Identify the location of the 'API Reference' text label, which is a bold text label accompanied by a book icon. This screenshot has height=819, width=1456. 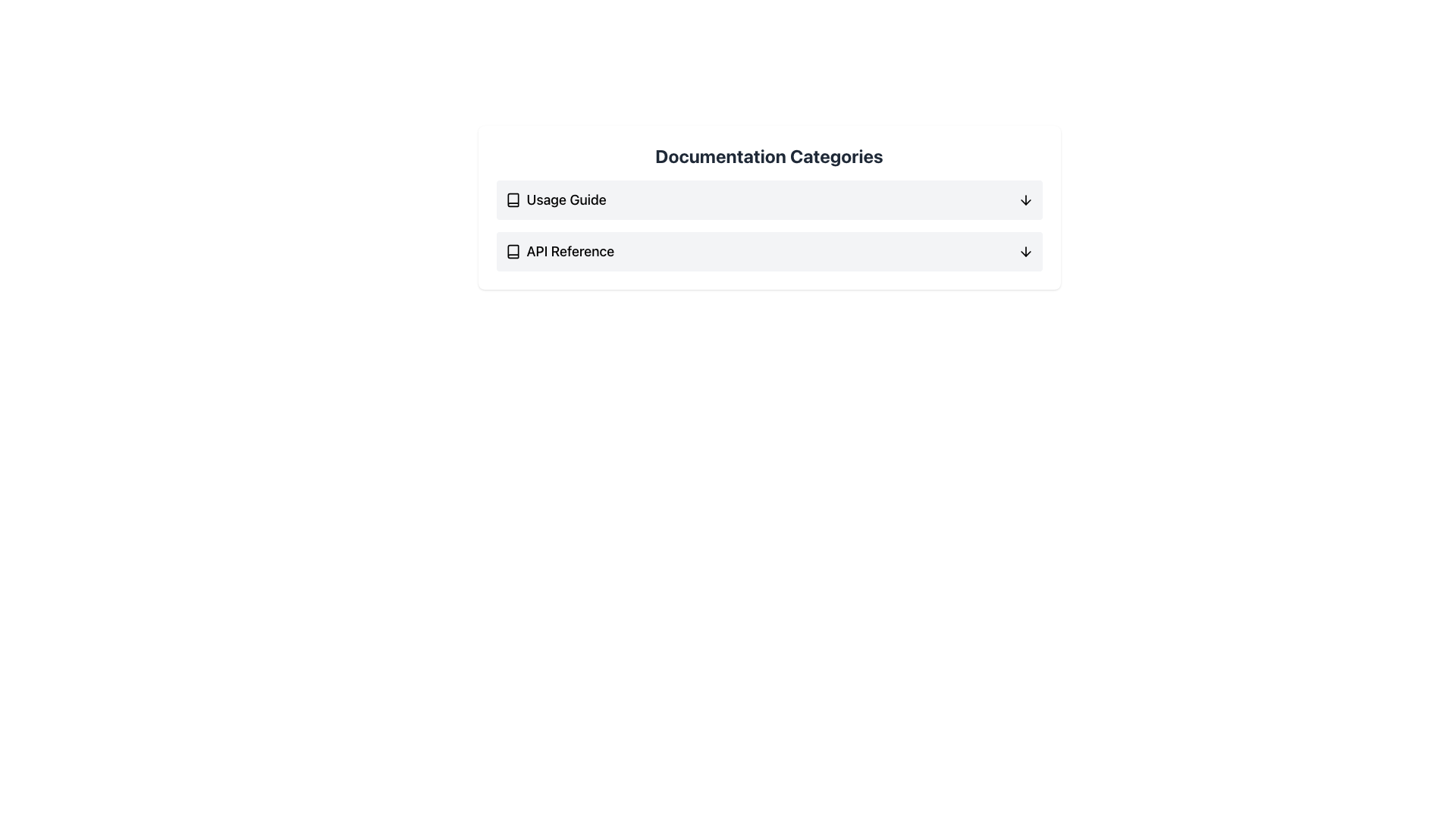
(559, 250).